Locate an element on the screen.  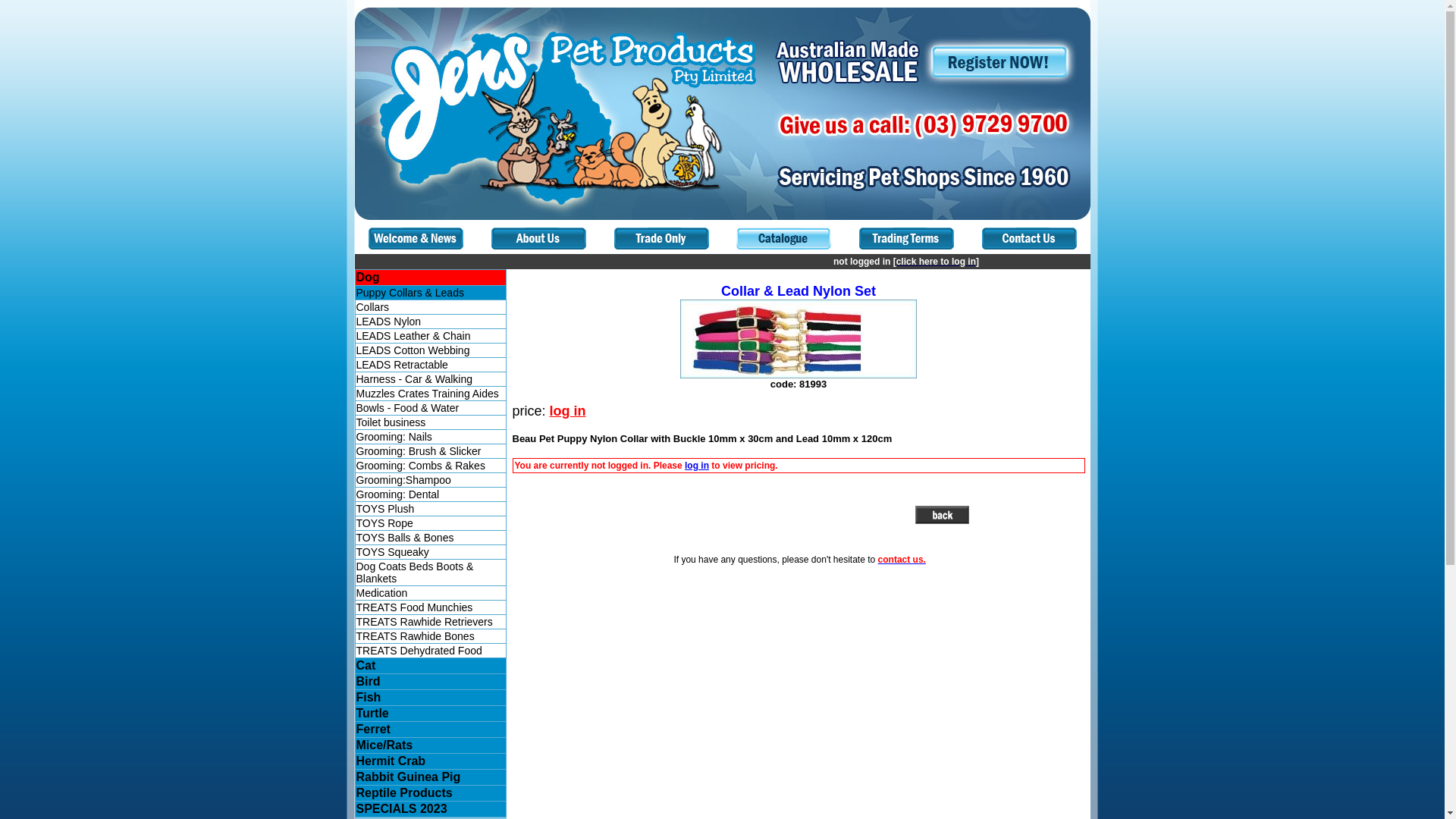
'Grooming: Nails' is located at coordinates (394, 436).